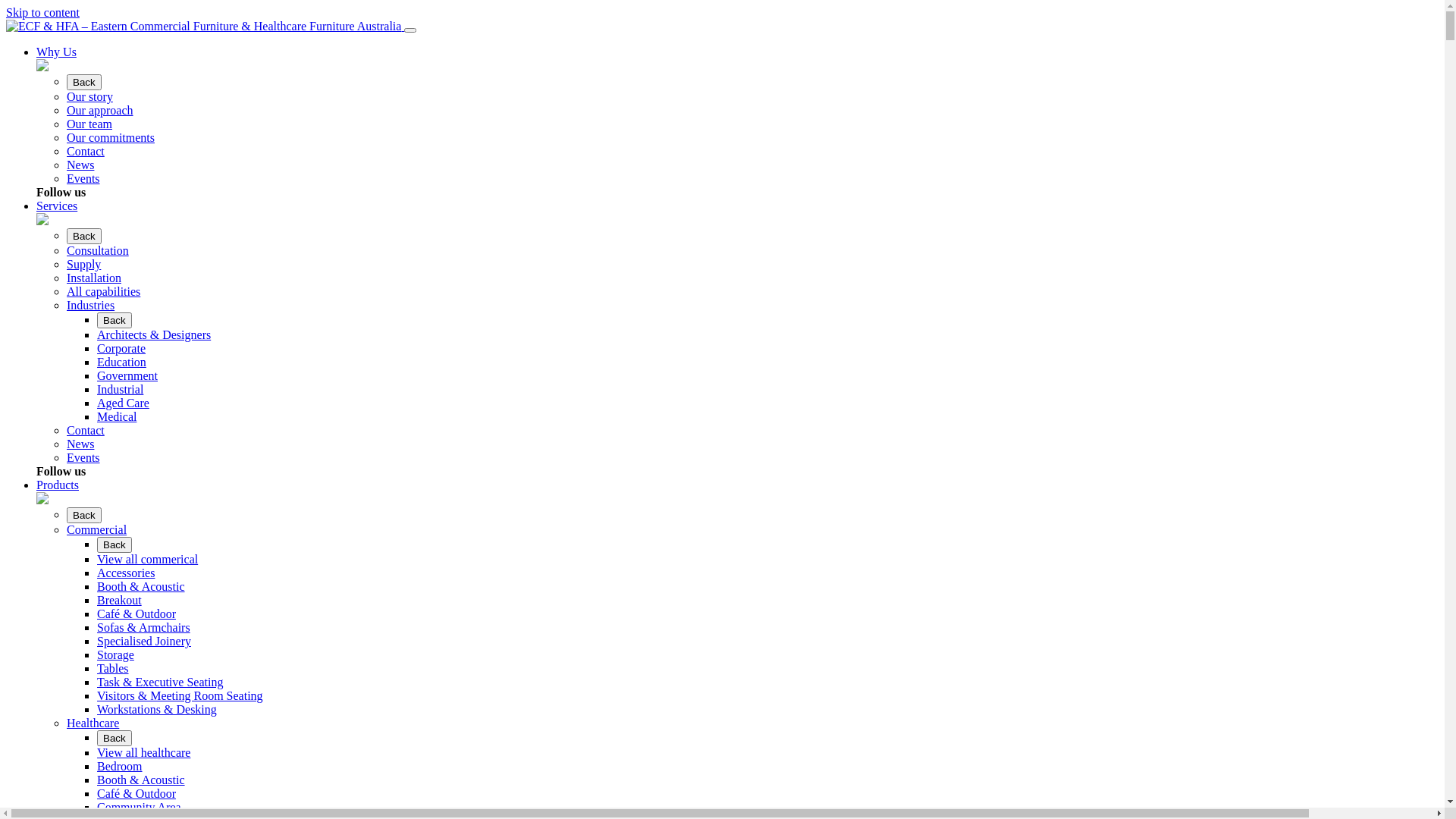  What do you see at coordinates (403, 30) in the screenshot?
I see `'Close menu'` at bounding box center [403, 30].